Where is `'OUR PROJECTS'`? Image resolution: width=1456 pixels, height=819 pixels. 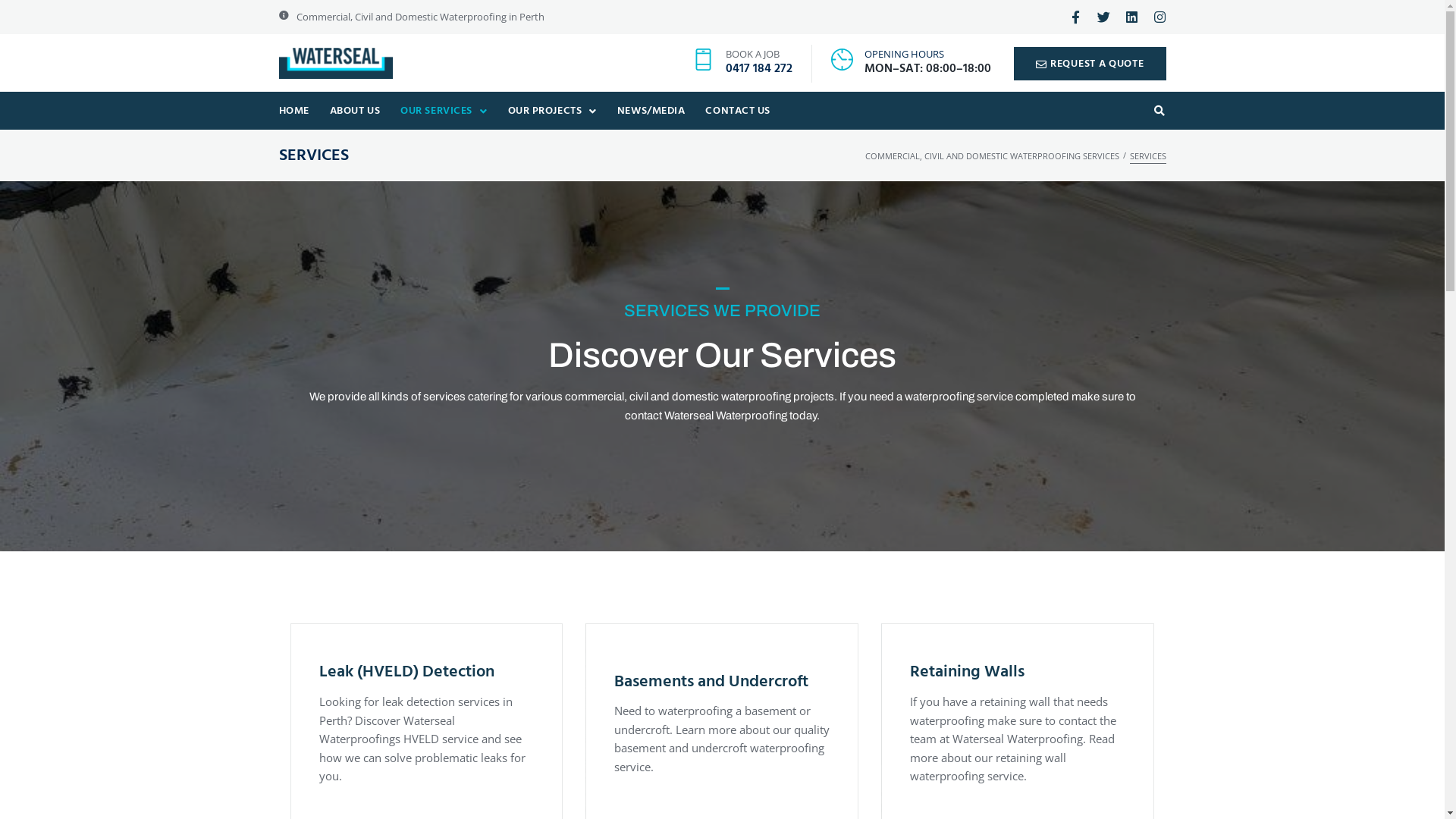
'OUR PROJECTS' is located at coordinates (551, 110).